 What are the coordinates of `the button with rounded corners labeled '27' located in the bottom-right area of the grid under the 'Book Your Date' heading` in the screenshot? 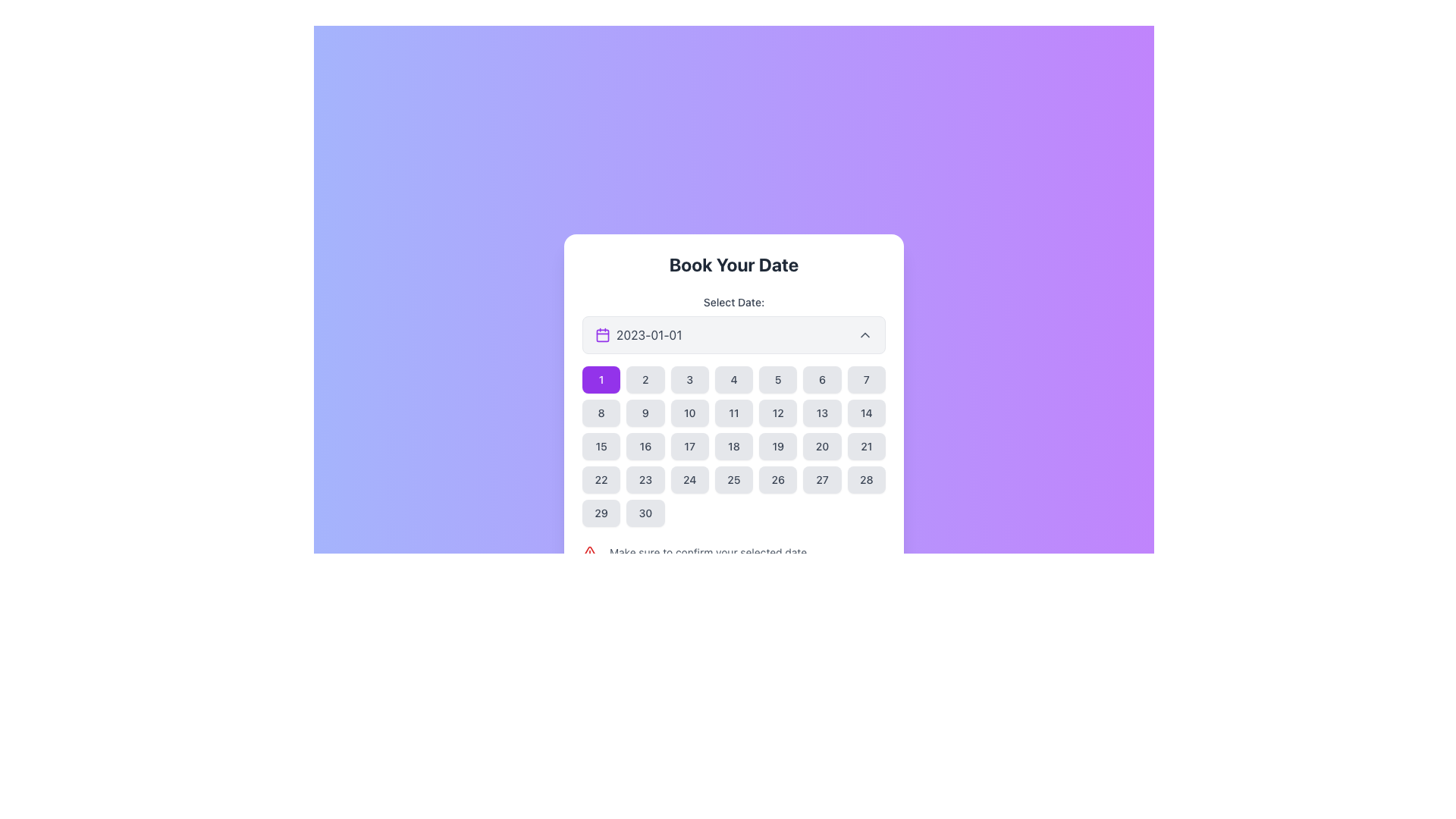 It's located at (821, 479).